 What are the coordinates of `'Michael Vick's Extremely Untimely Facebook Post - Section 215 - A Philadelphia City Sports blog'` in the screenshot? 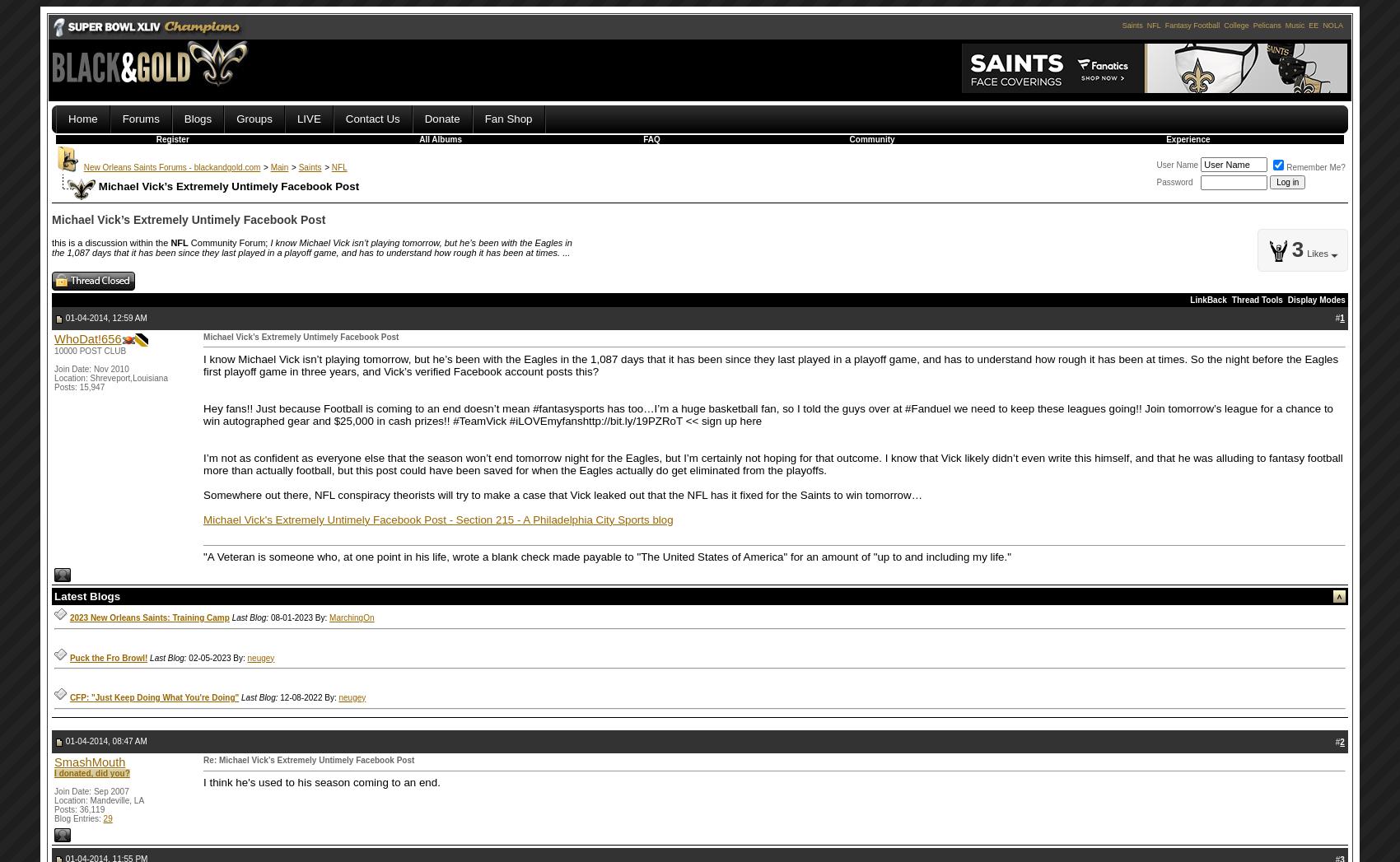 It's located at (203, 519).